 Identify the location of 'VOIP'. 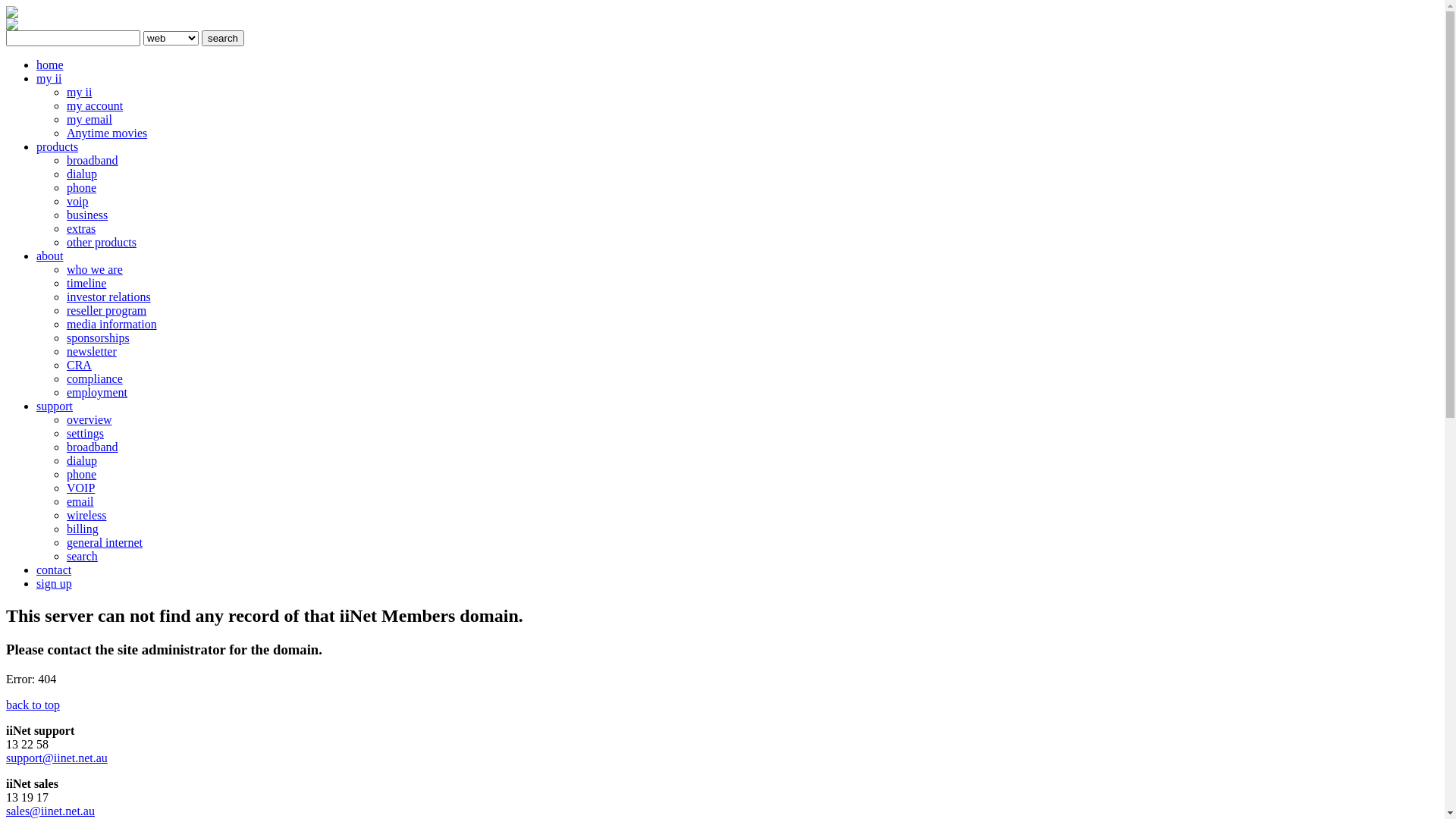
(80, 488).